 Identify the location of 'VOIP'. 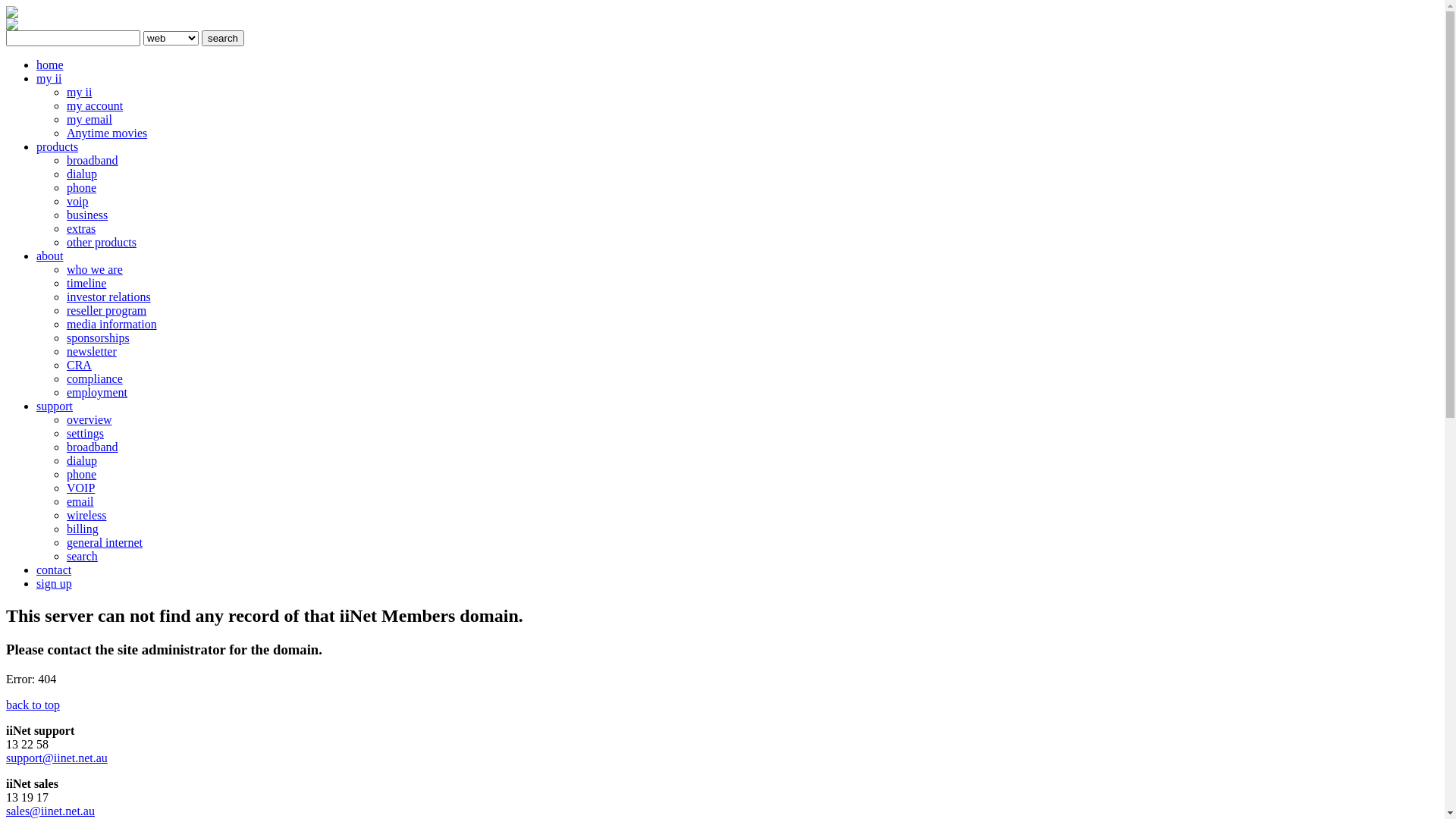
(80, 488).